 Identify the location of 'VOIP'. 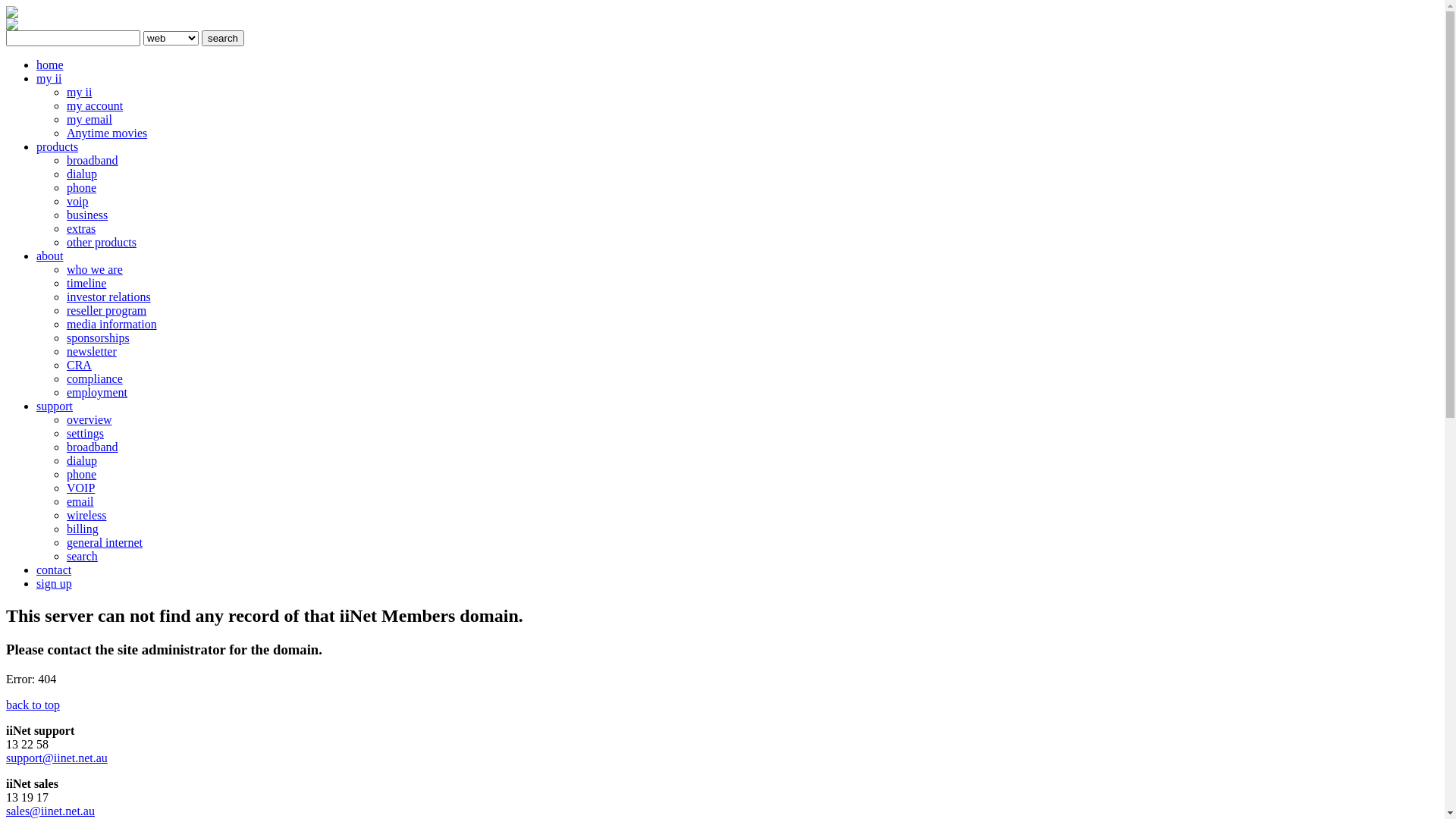
(80, 488).